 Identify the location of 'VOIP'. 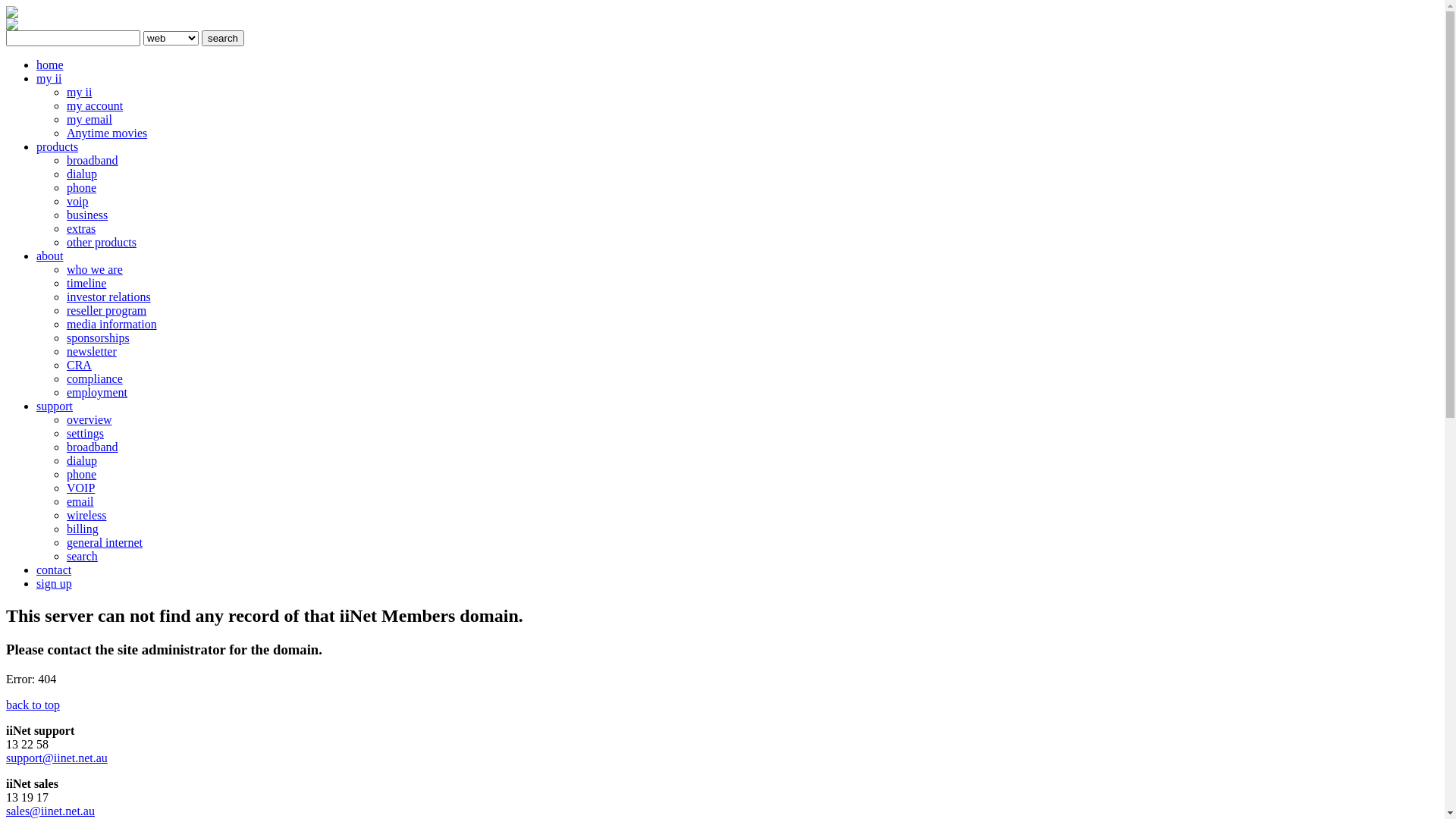
(80, 488).